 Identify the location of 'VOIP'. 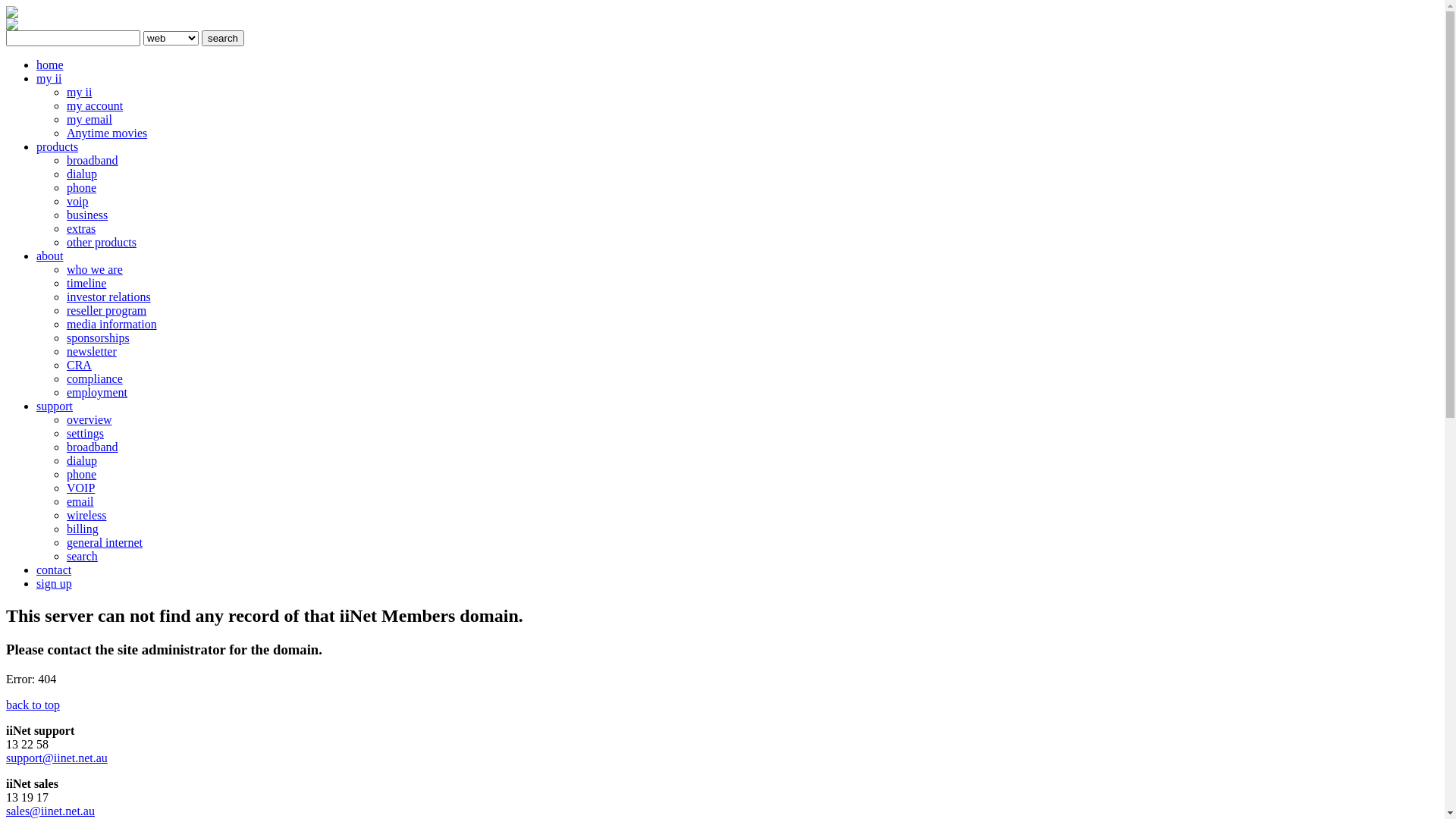
(80, 488).